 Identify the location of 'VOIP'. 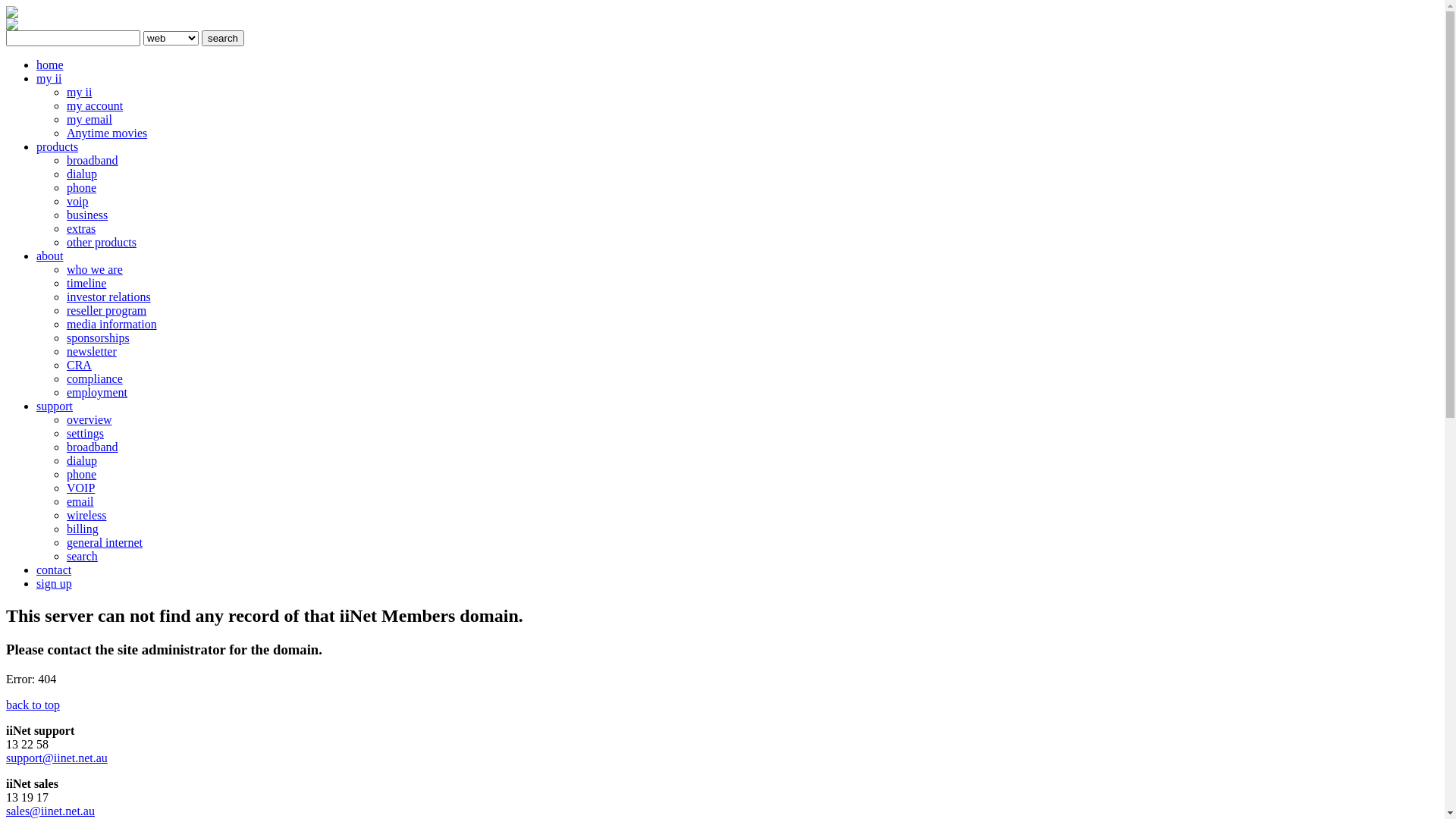
(80, 488).